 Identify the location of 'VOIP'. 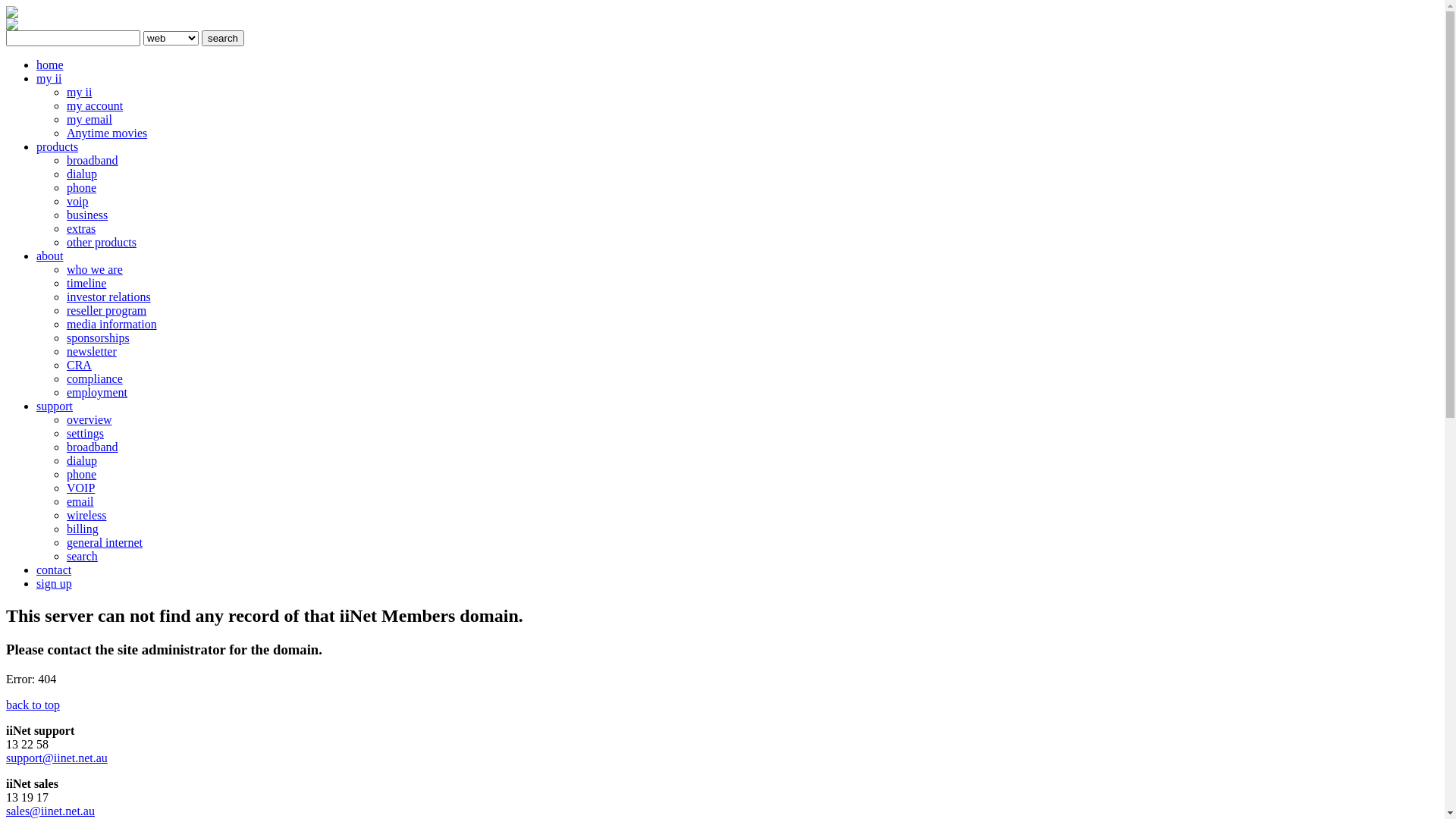
(80, 488).